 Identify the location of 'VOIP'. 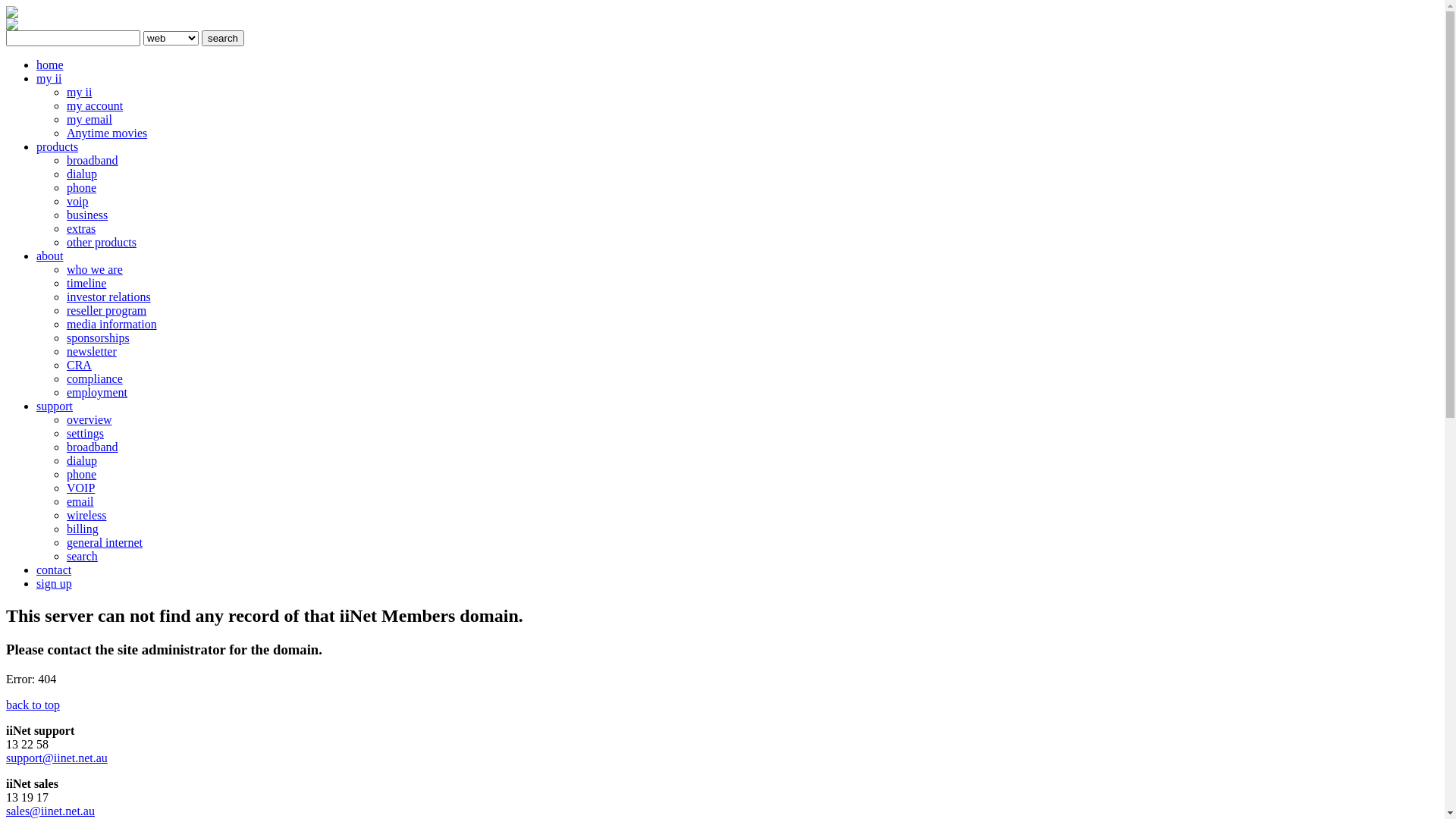
(80, 488).